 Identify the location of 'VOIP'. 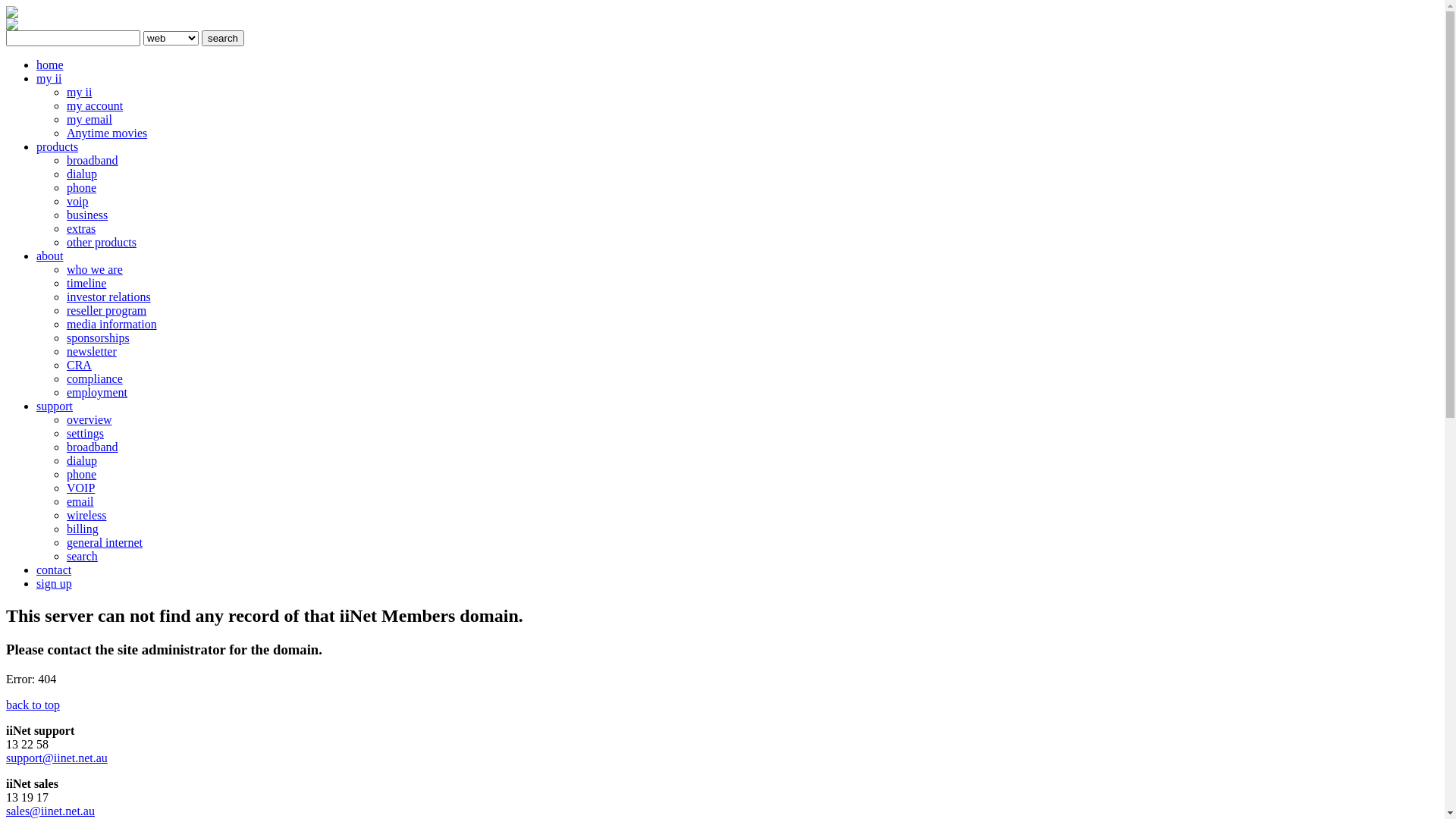
(80, 488).